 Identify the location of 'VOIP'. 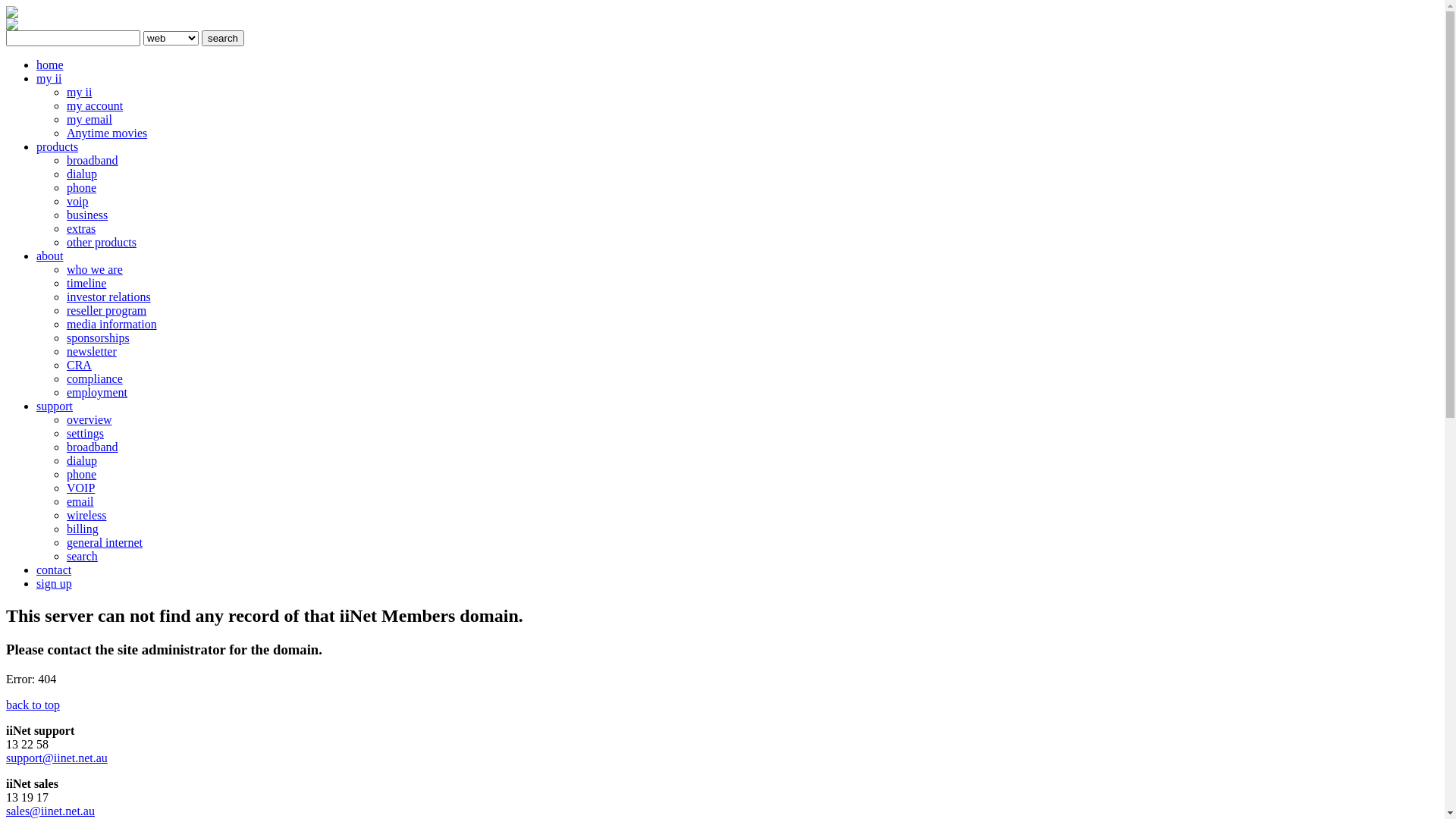
(80, 488).